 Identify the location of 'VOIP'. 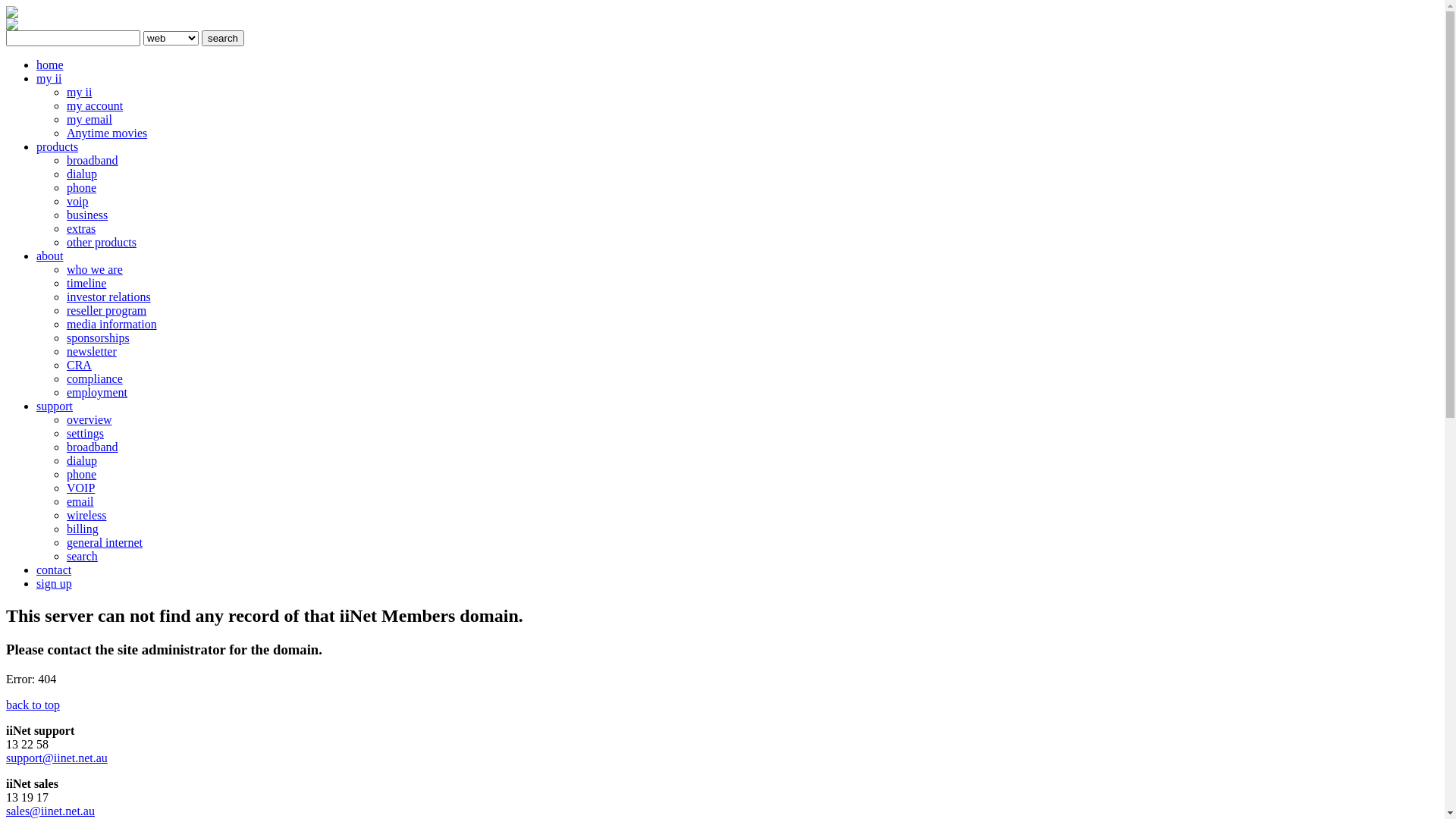
(80, 488).